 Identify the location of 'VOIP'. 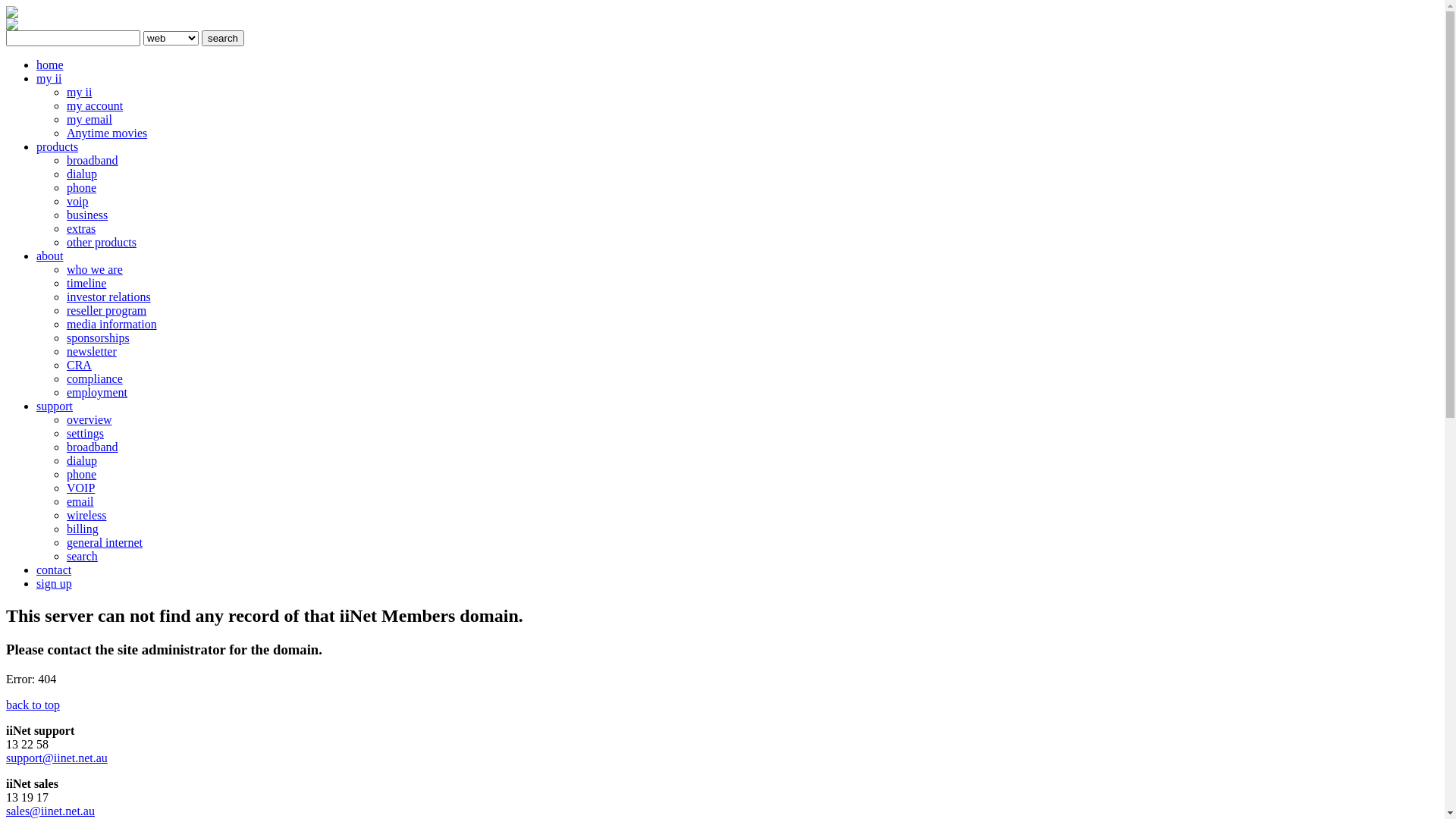
(80, 488).